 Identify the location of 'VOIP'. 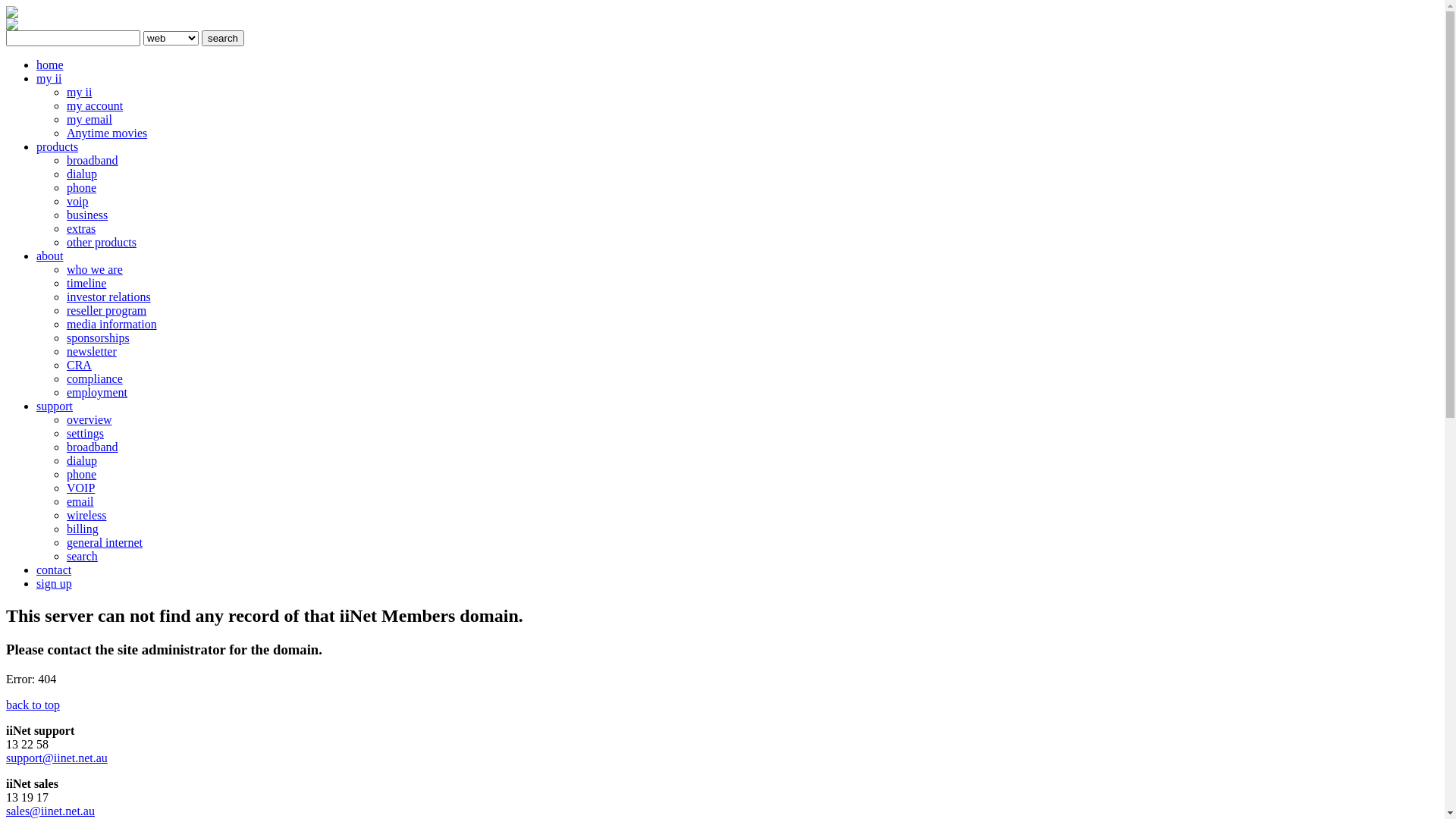
(80, 488).